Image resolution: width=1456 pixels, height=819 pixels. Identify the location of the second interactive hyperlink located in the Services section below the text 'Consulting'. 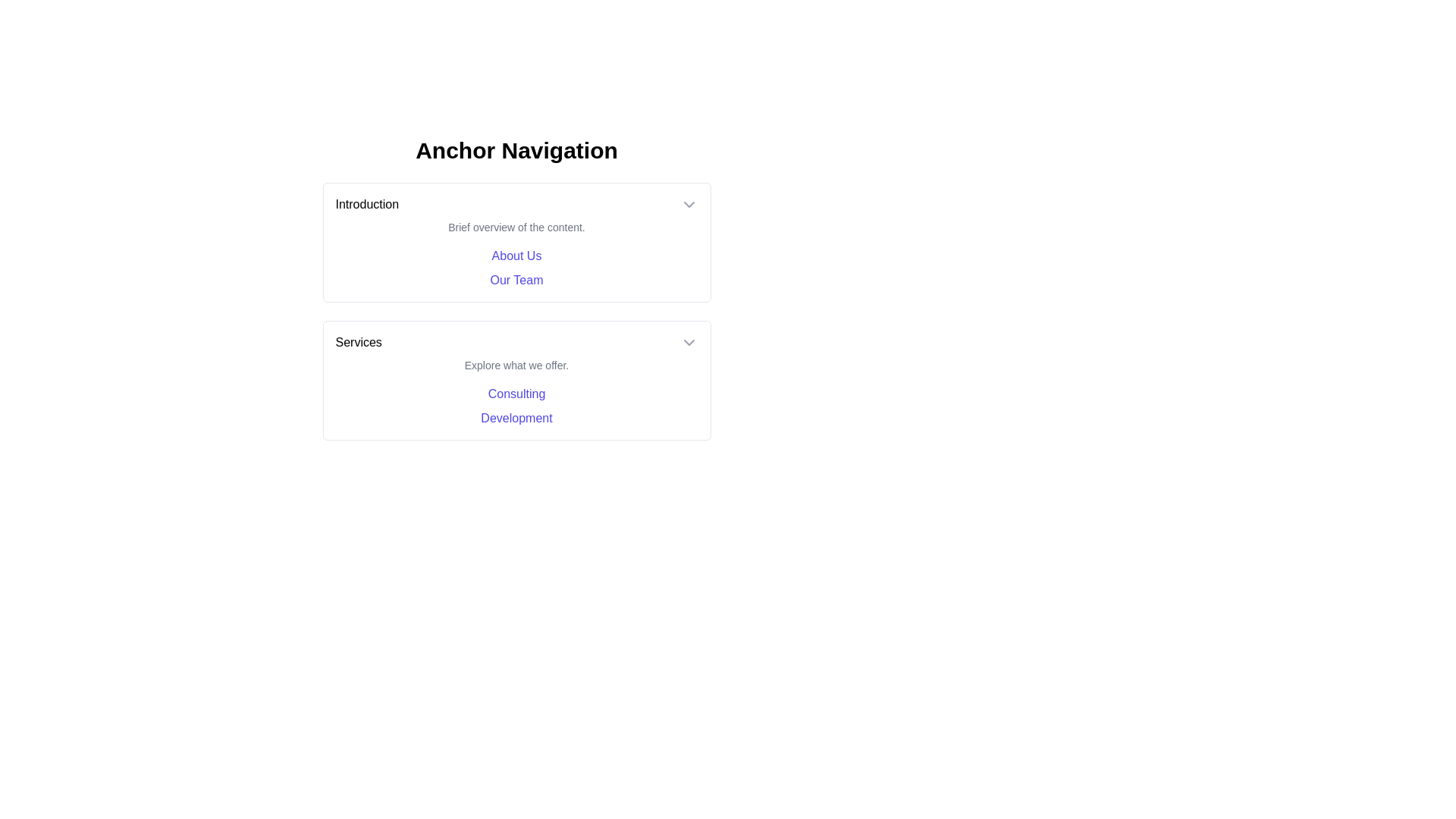
(516, 418).